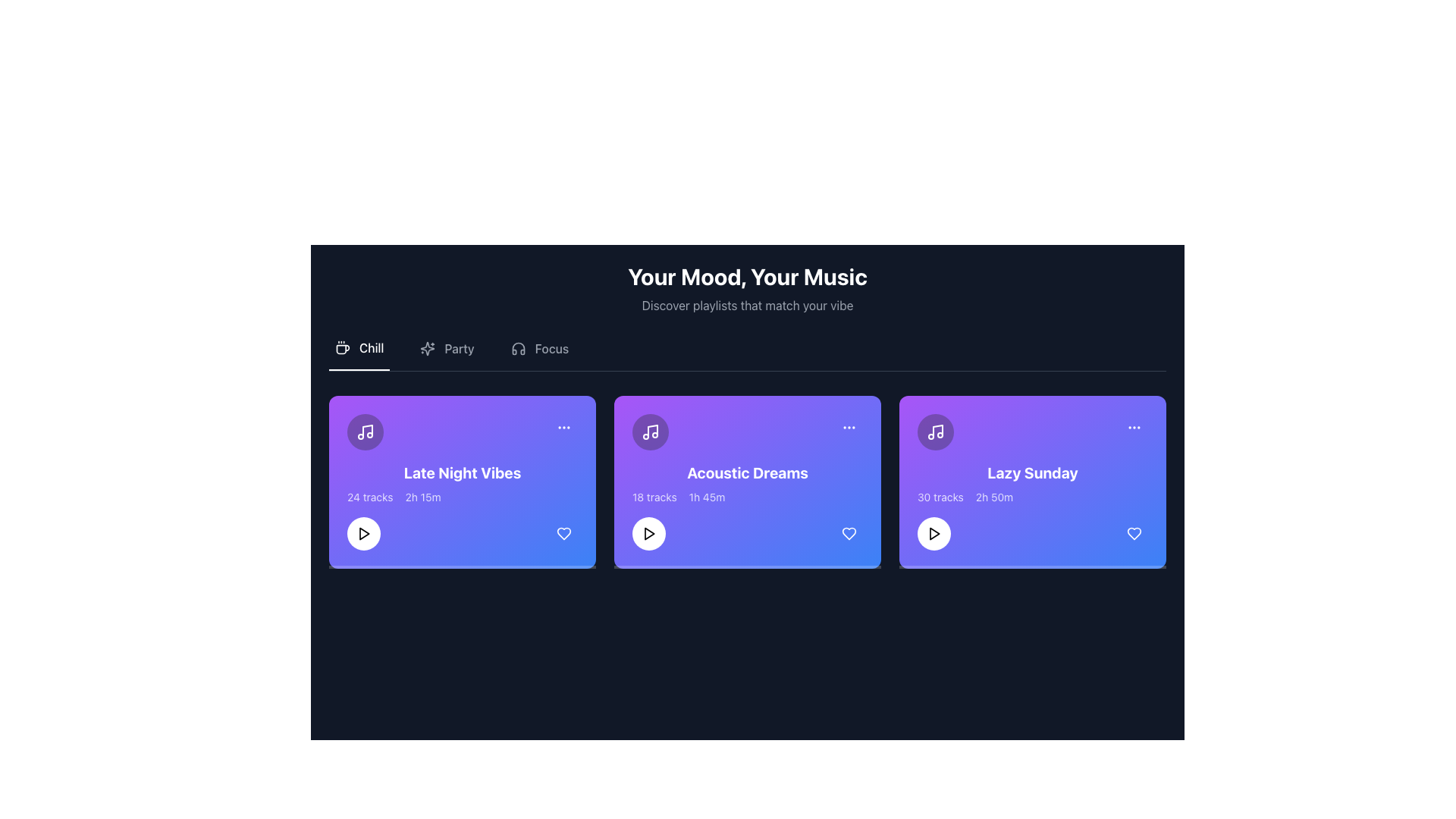  What do you see at coordinates (848, 427) in the screenshot?
I see `the icon button consisting of three horizontal dots located at the top-right corner of the 'Acoustic Dreams' playlist card` at bounding box center [848, 427].